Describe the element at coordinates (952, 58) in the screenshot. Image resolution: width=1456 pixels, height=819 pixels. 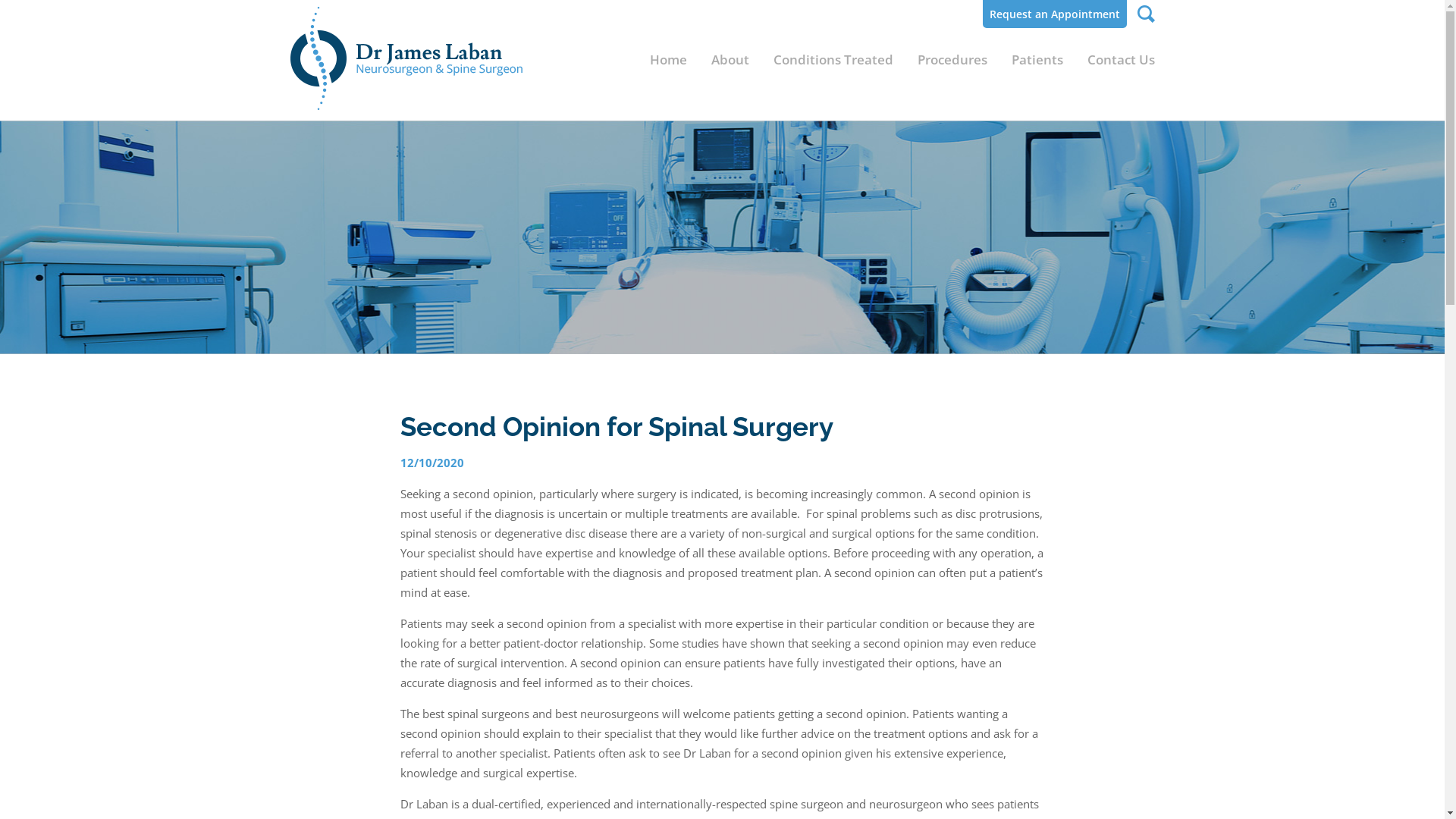
I see `'Procedures'` at that location.